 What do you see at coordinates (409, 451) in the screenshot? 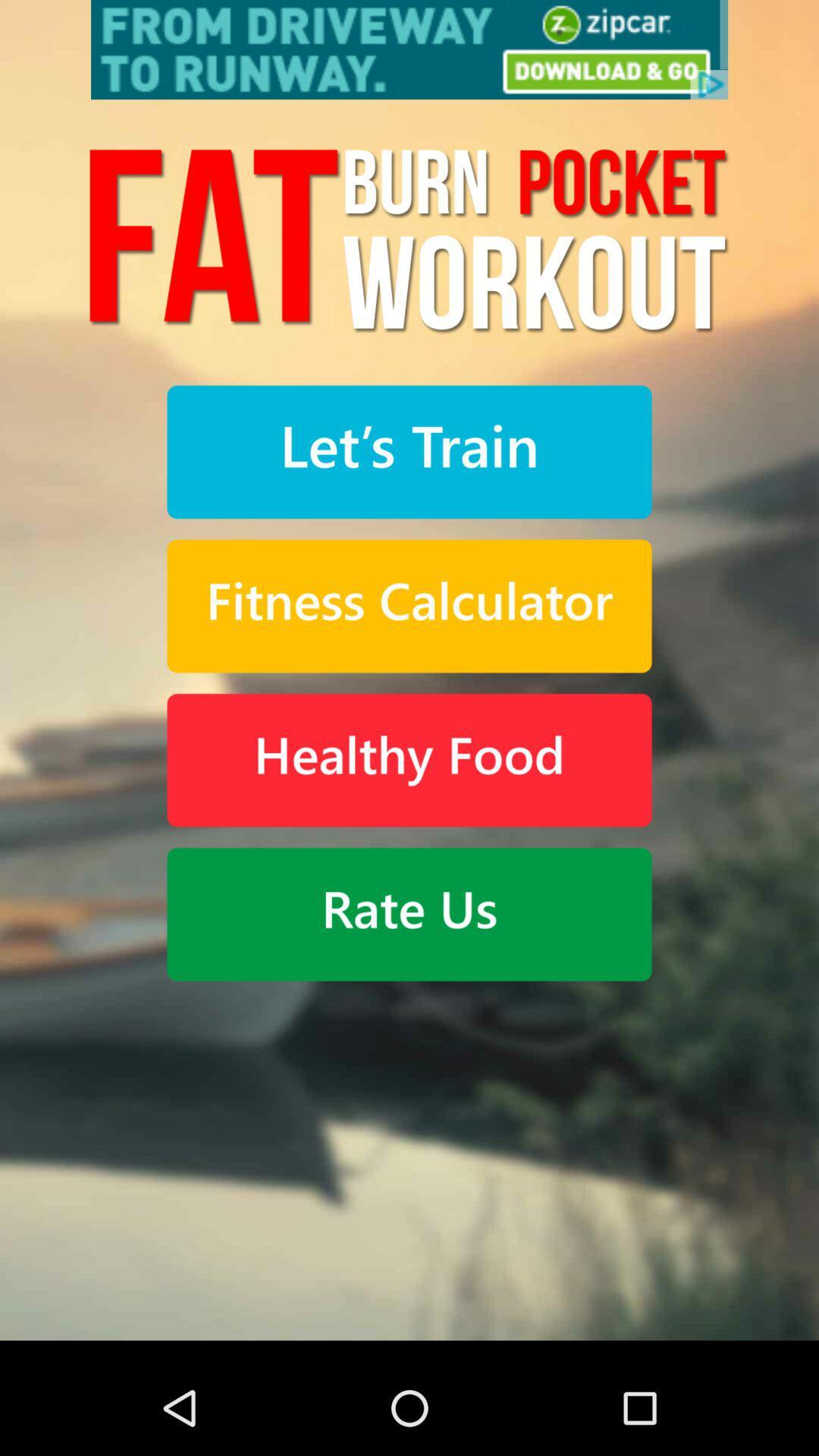
I see `the button was made to start training` at bounding box center [409, 451].